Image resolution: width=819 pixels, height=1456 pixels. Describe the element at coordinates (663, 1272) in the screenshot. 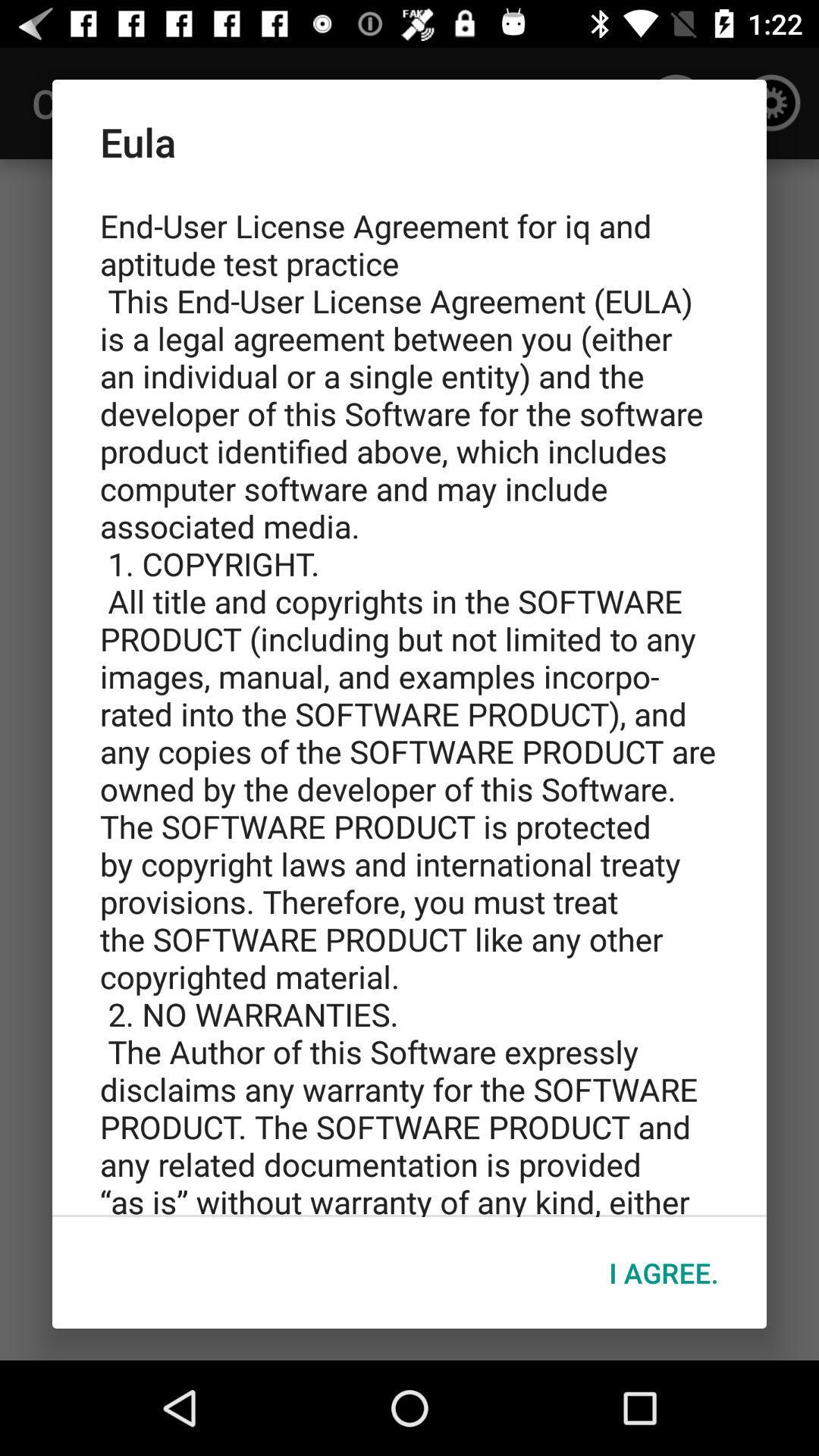

I see `the i agree. item` at that location.